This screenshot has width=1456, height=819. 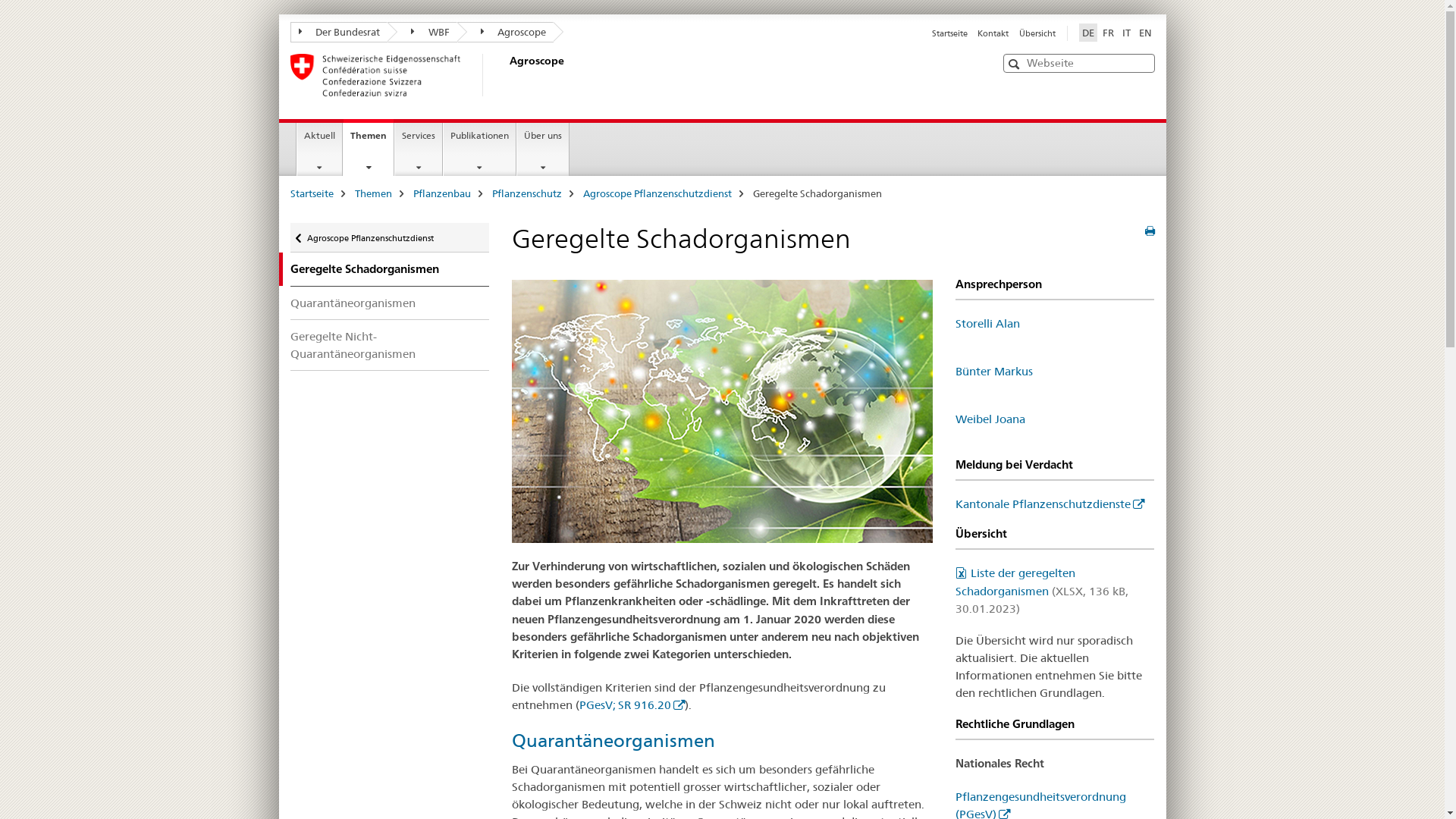 I want to click on 'Agroscope Pflanzenschutzdienst', so click(x=656, y=192).